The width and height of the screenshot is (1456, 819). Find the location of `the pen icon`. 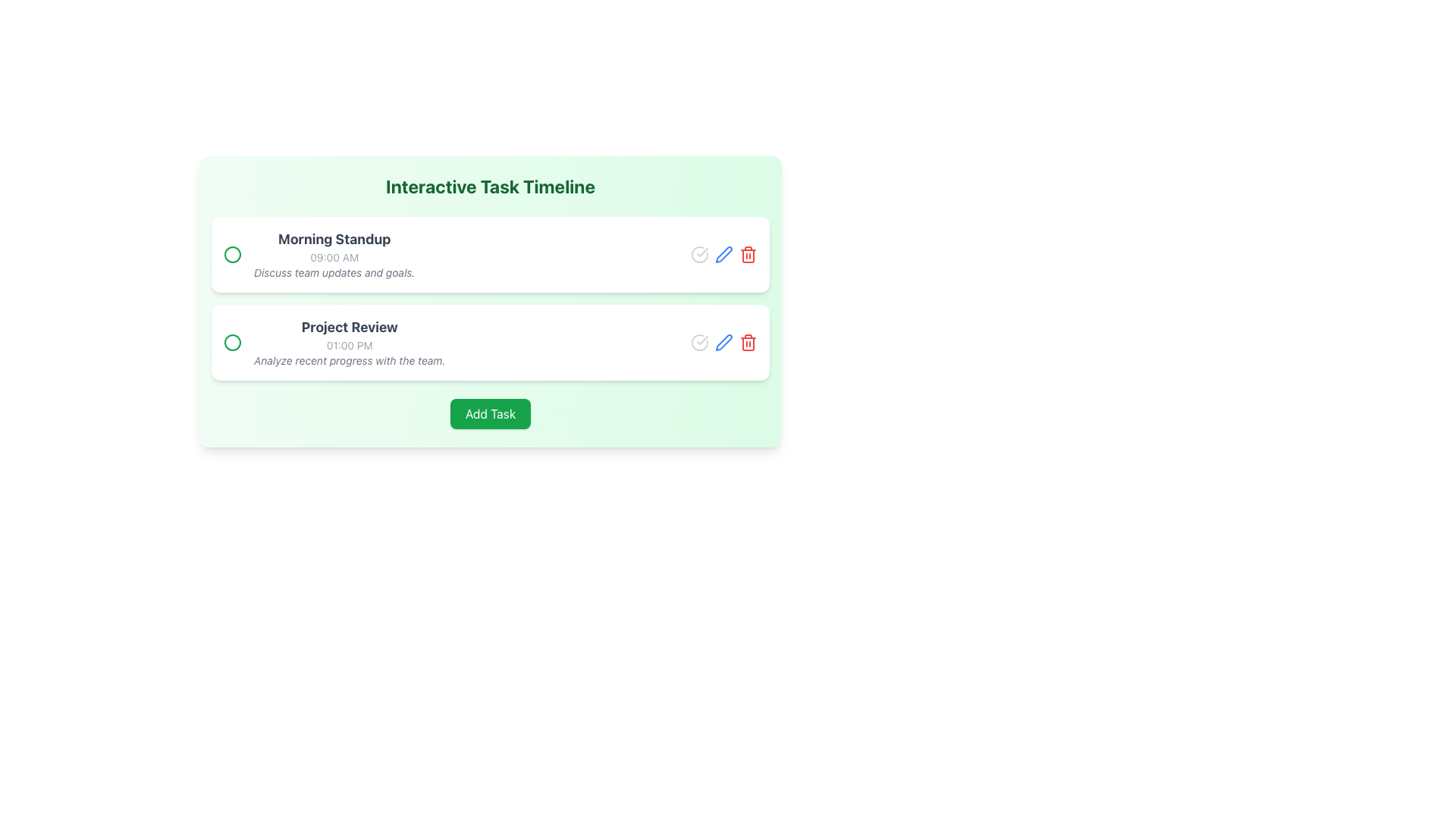

the pen icon is located at coordinates (723, 342).